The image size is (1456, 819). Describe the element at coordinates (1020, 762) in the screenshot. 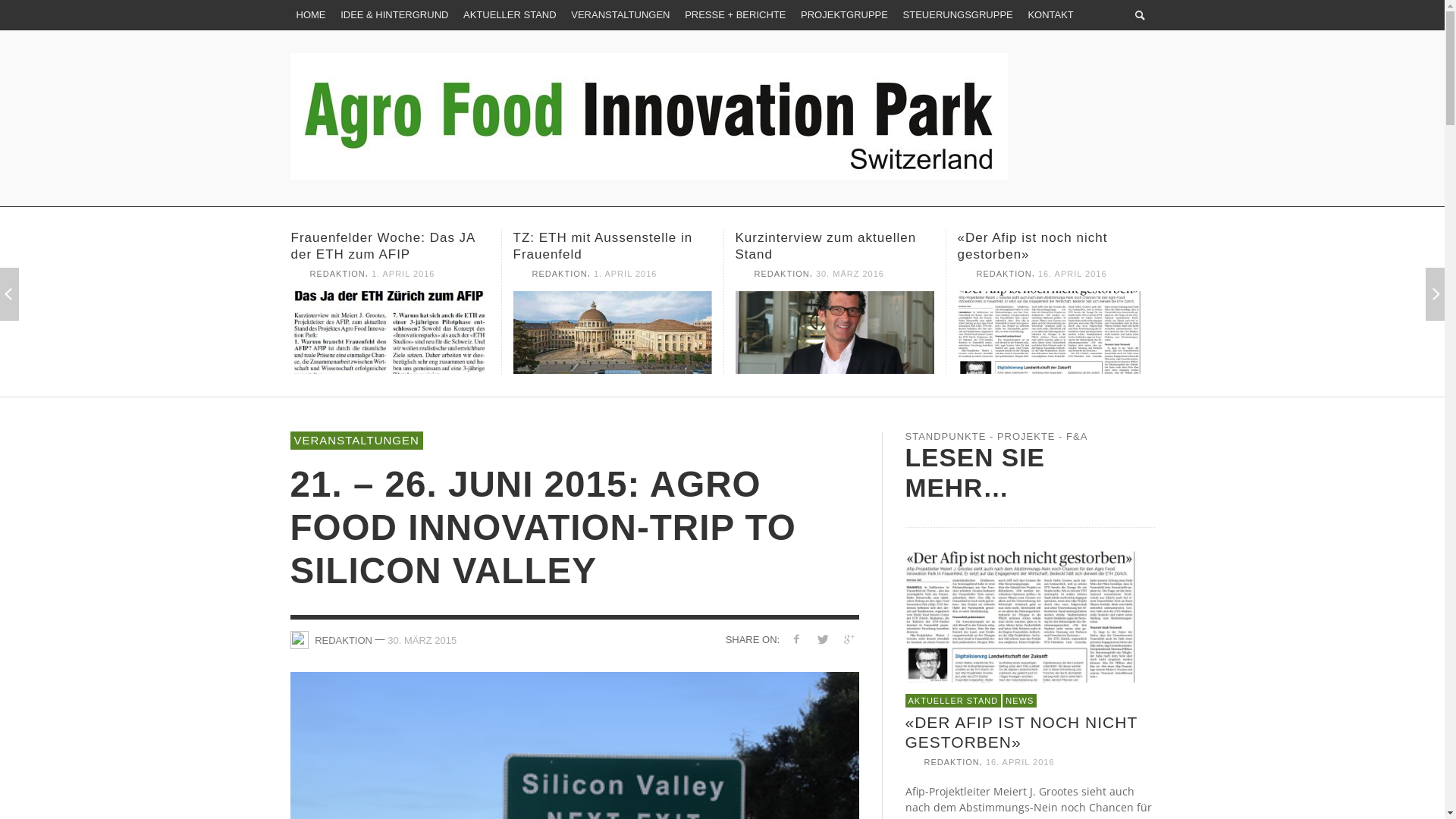

I see `'16. APRIL 2016'` at that location.